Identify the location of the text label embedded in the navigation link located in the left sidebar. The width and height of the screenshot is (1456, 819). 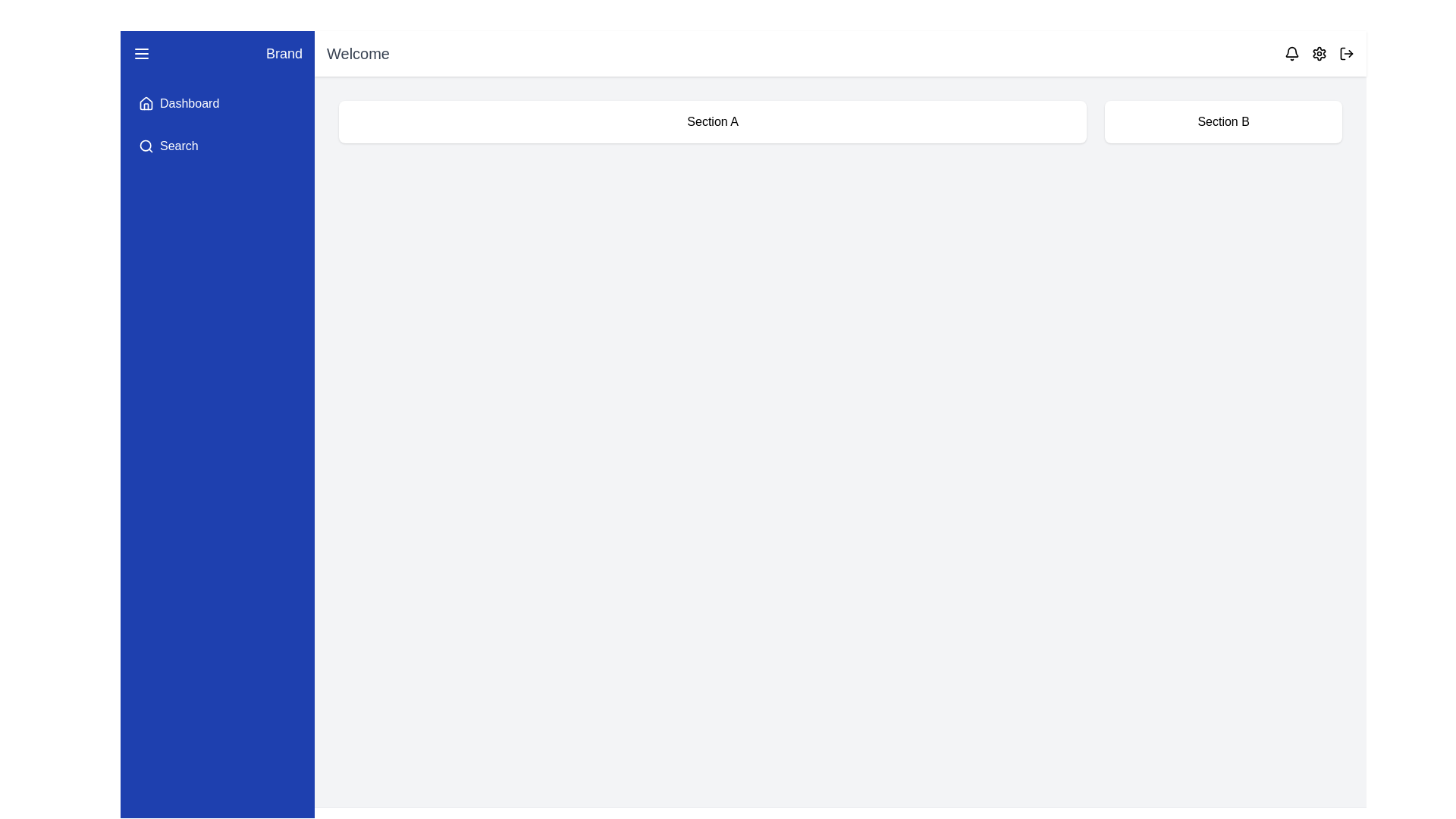
(179, 146).